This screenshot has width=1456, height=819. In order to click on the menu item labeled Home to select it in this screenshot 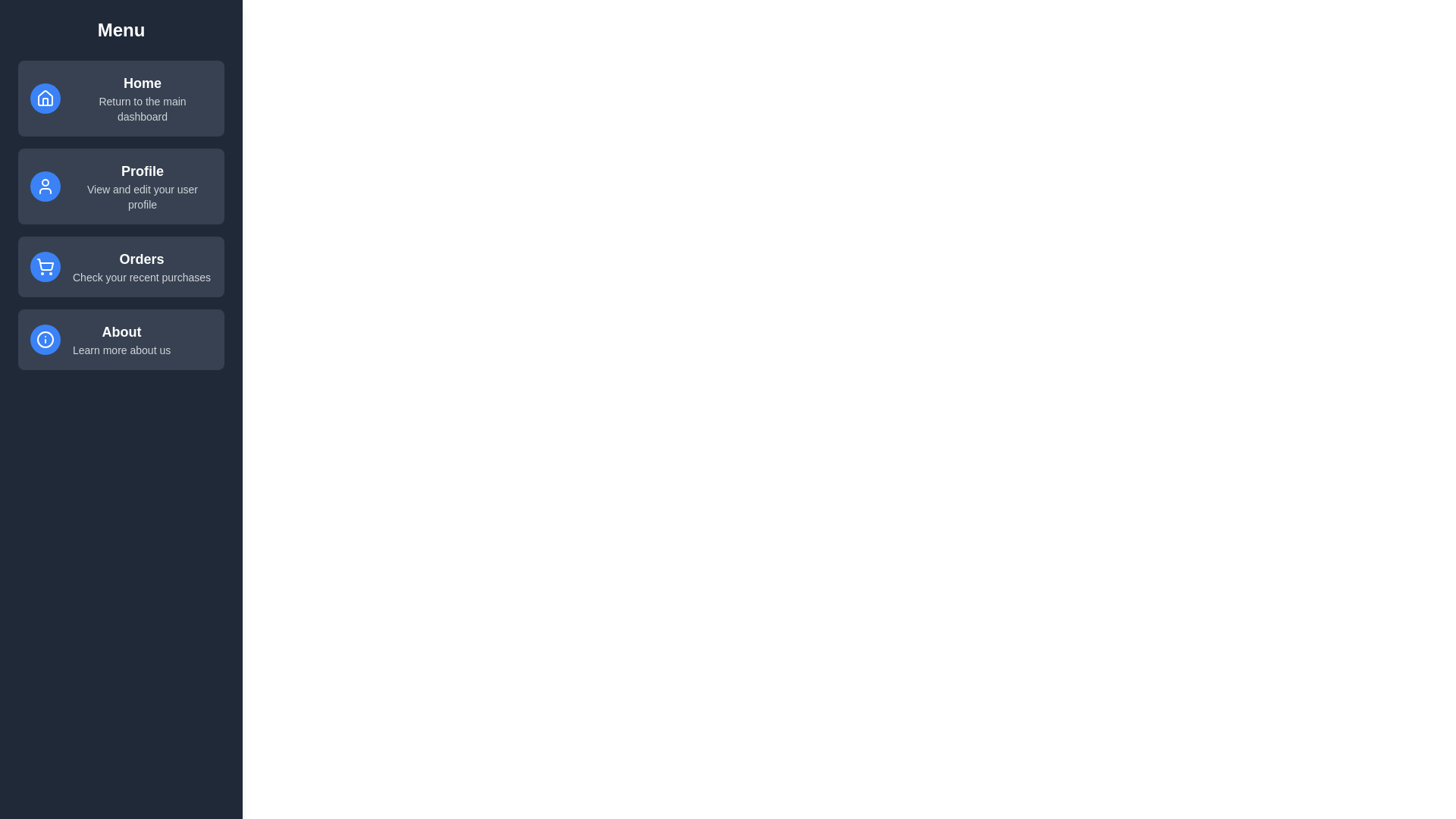, I will do `click(120, 99)`.